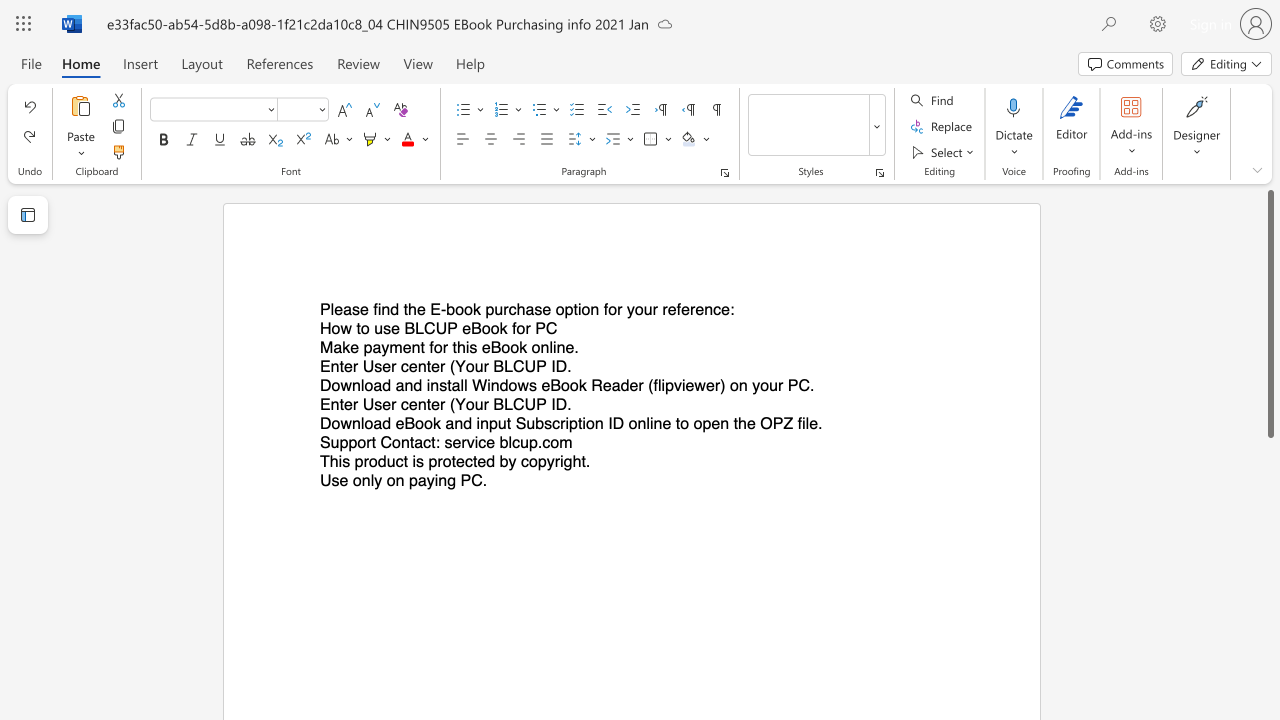 This screenshot has width=1280, height=720. What do you see at coordinates (1269, 598) in the screenshot?
I see `the vertical scrollbar to lower the page content` at bounding box center [1269, 598].